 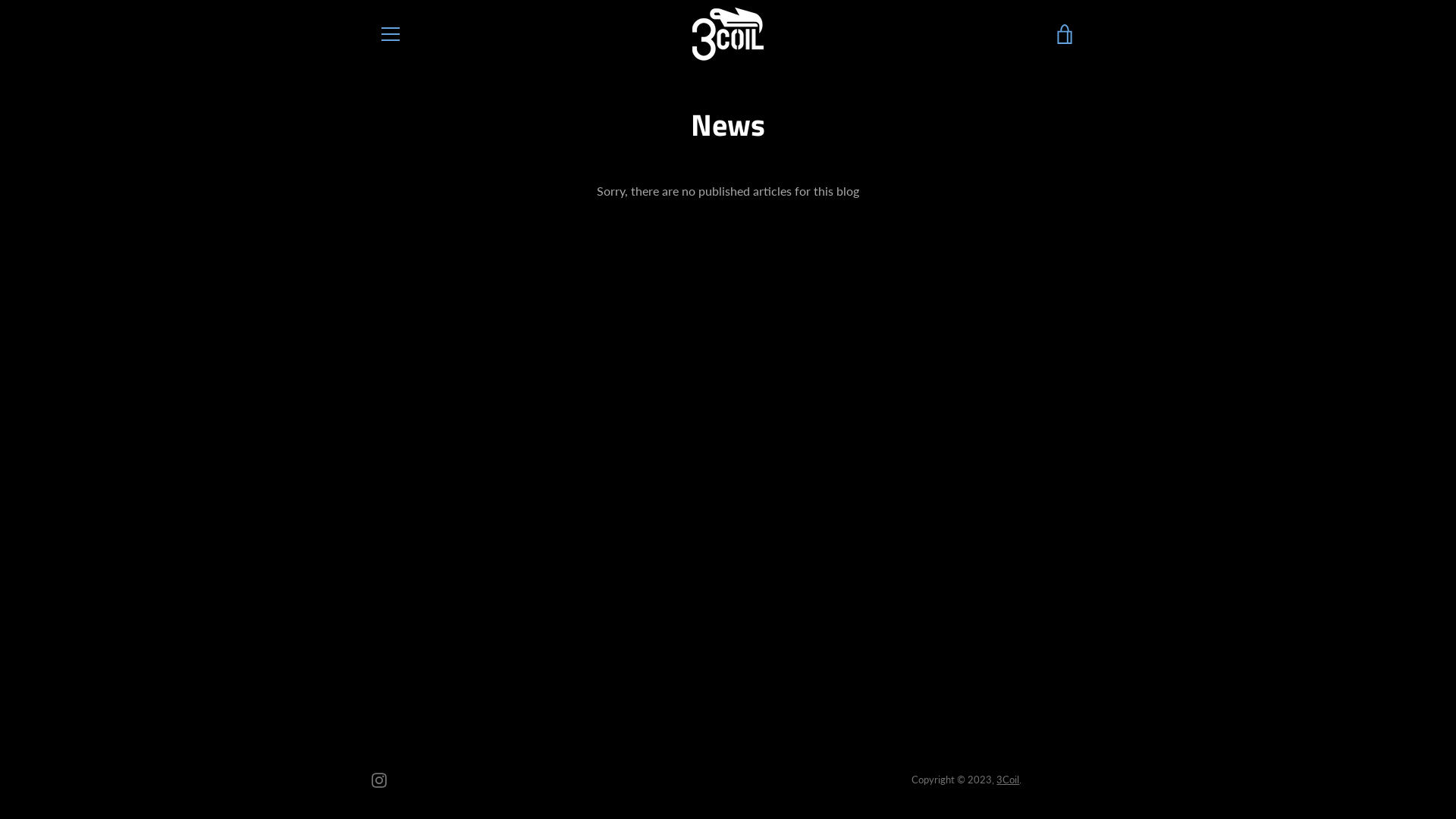 I want to click on 'MENU', so click(x=390, y=34).